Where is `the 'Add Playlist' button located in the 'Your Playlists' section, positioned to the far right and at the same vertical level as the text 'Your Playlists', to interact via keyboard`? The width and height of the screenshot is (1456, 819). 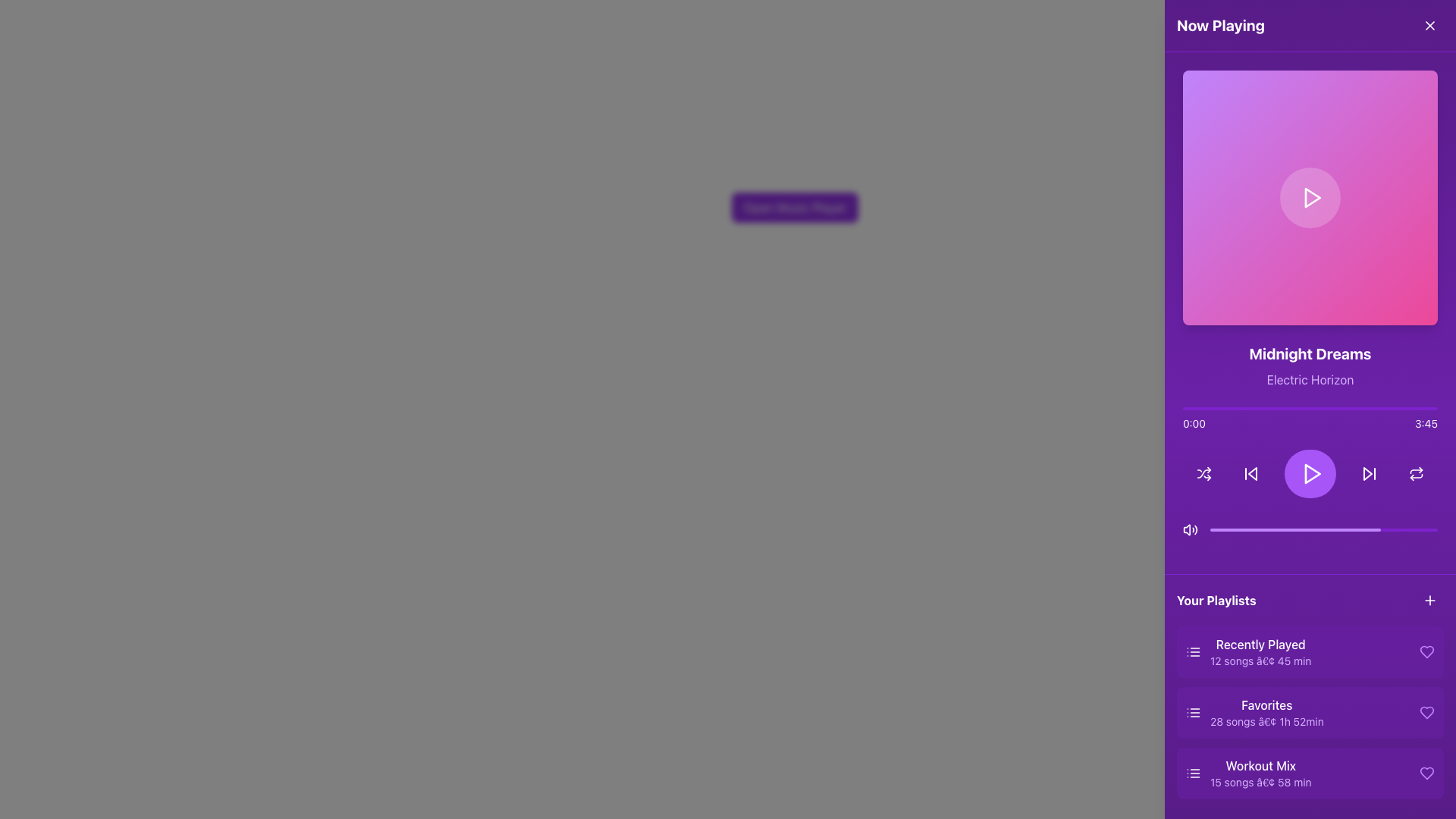 the 'Add Playlist' button located in the 'Your Playlists' section, positioned to the far right and at the same vertical level as the text 'Your Playlists', to interact via keyboard is located at coordinates (1429, 599).